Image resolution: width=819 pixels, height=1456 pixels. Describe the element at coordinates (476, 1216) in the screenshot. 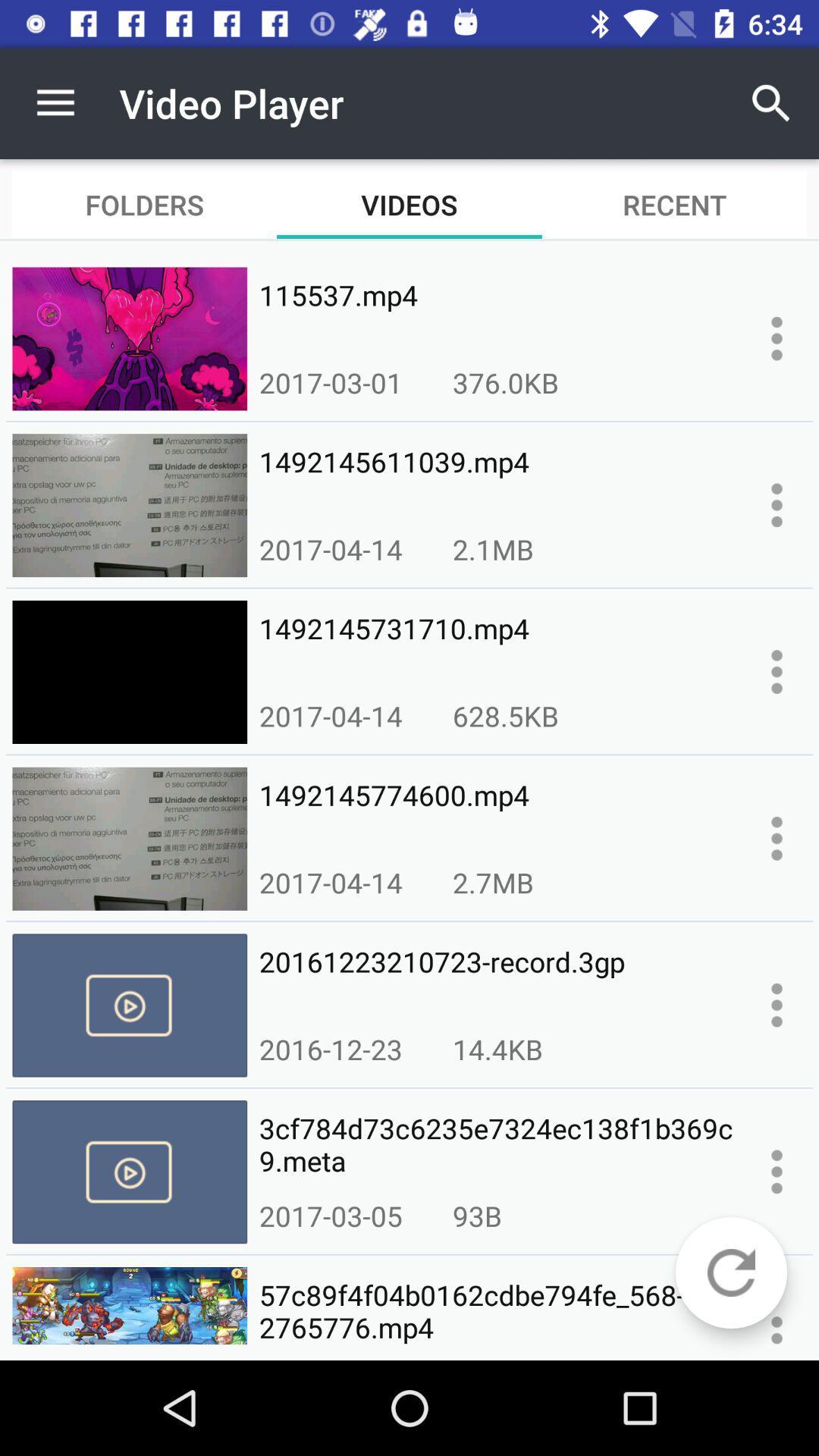

I see `icon to the right of the 2017-03-05 icon` at that location.